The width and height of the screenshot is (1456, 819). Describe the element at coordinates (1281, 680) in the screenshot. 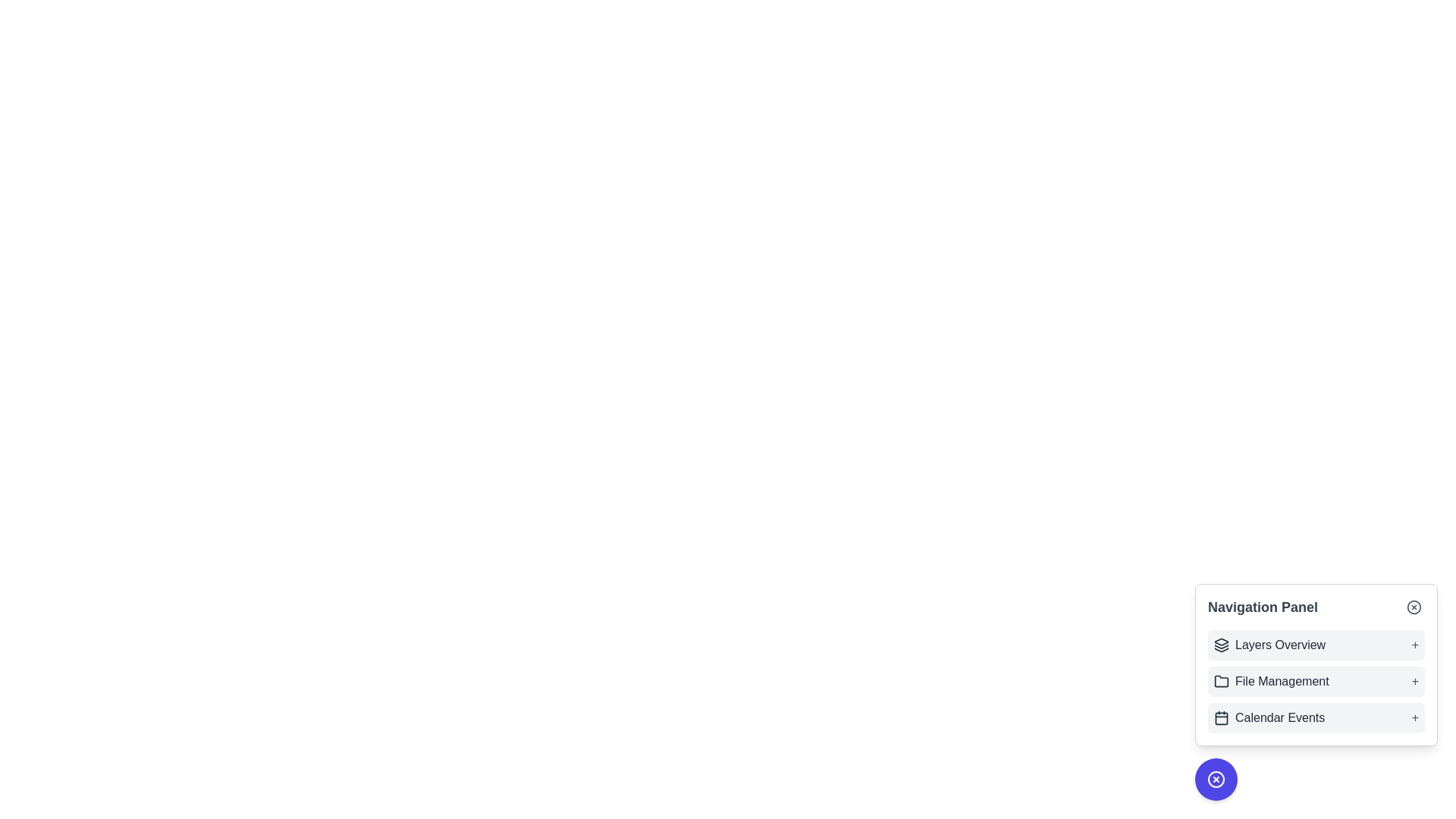

I see `the 'File Management' text label in the 'Navigation Panel', which is styled in a medium-weight, gray font and is the second entry in the vertical list, positioned between 'Layers Overview' and 'Calendar Events'` at that location.